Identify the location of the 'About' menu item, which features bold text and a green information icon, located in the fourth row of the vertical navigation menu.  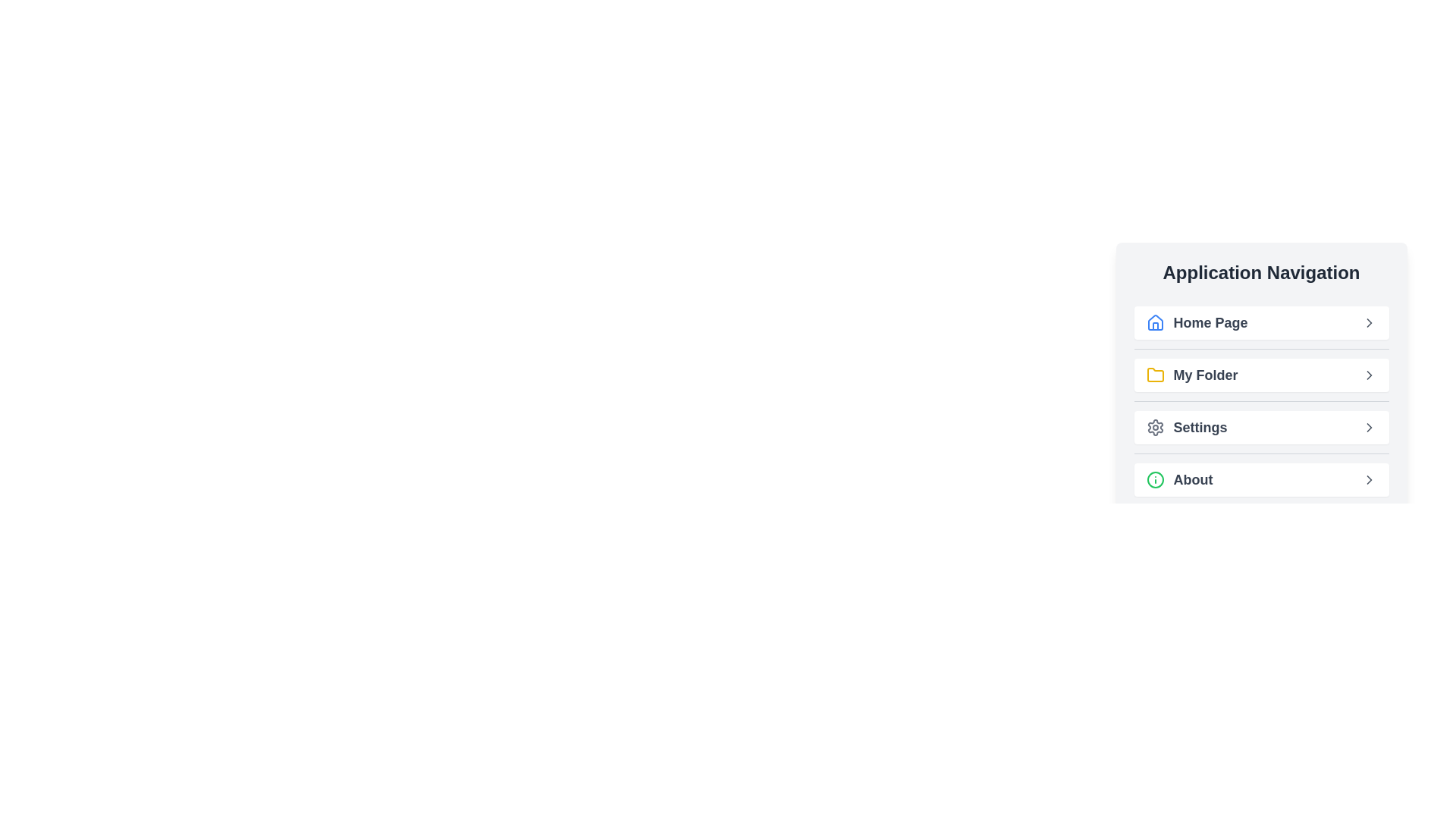
(1178, 479).